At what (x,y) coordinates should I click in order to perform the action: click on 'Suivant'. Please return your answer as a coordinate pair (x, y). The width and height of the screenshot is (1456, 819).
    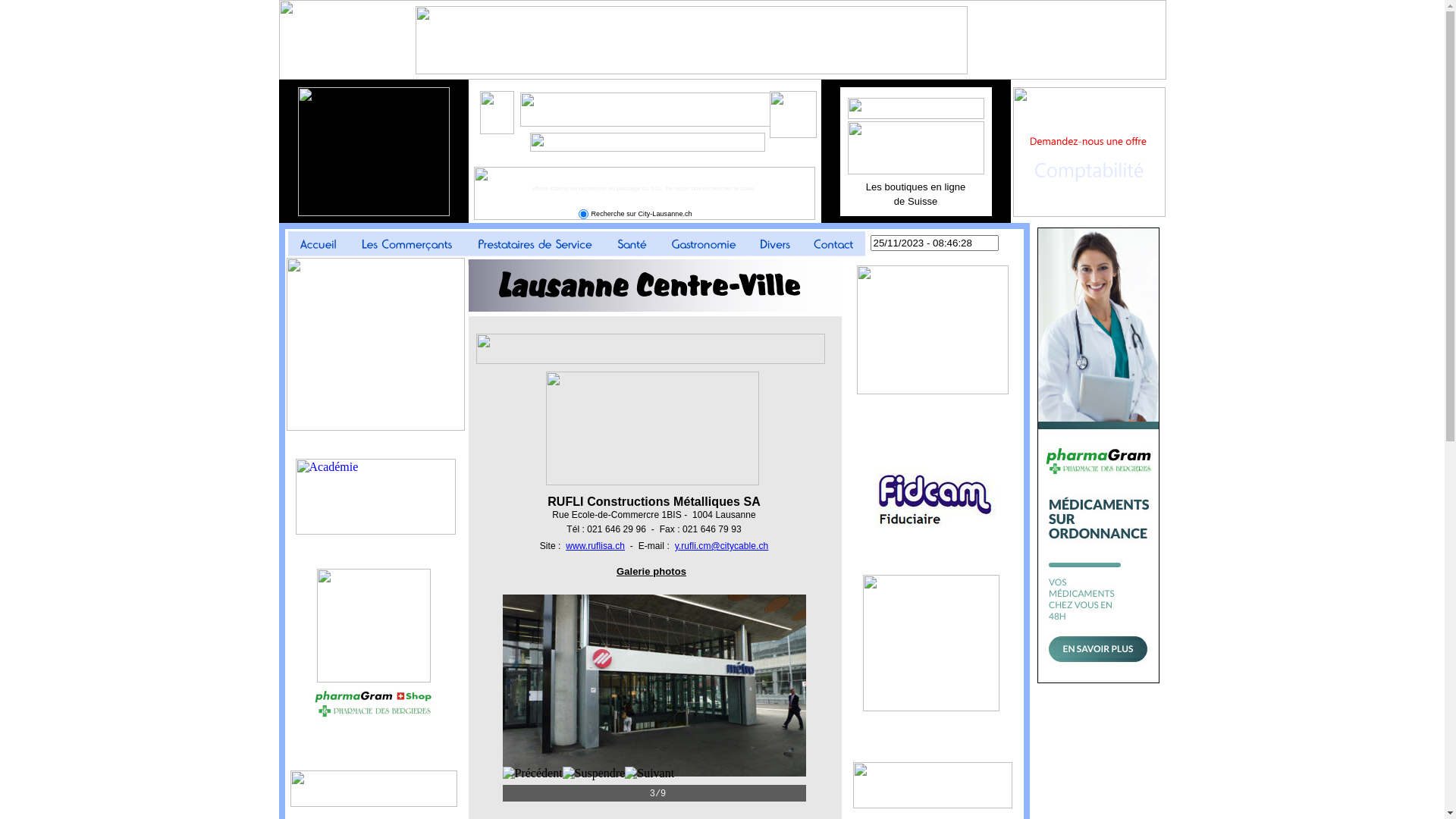
    Looking at the image, I should click on (625, 773).